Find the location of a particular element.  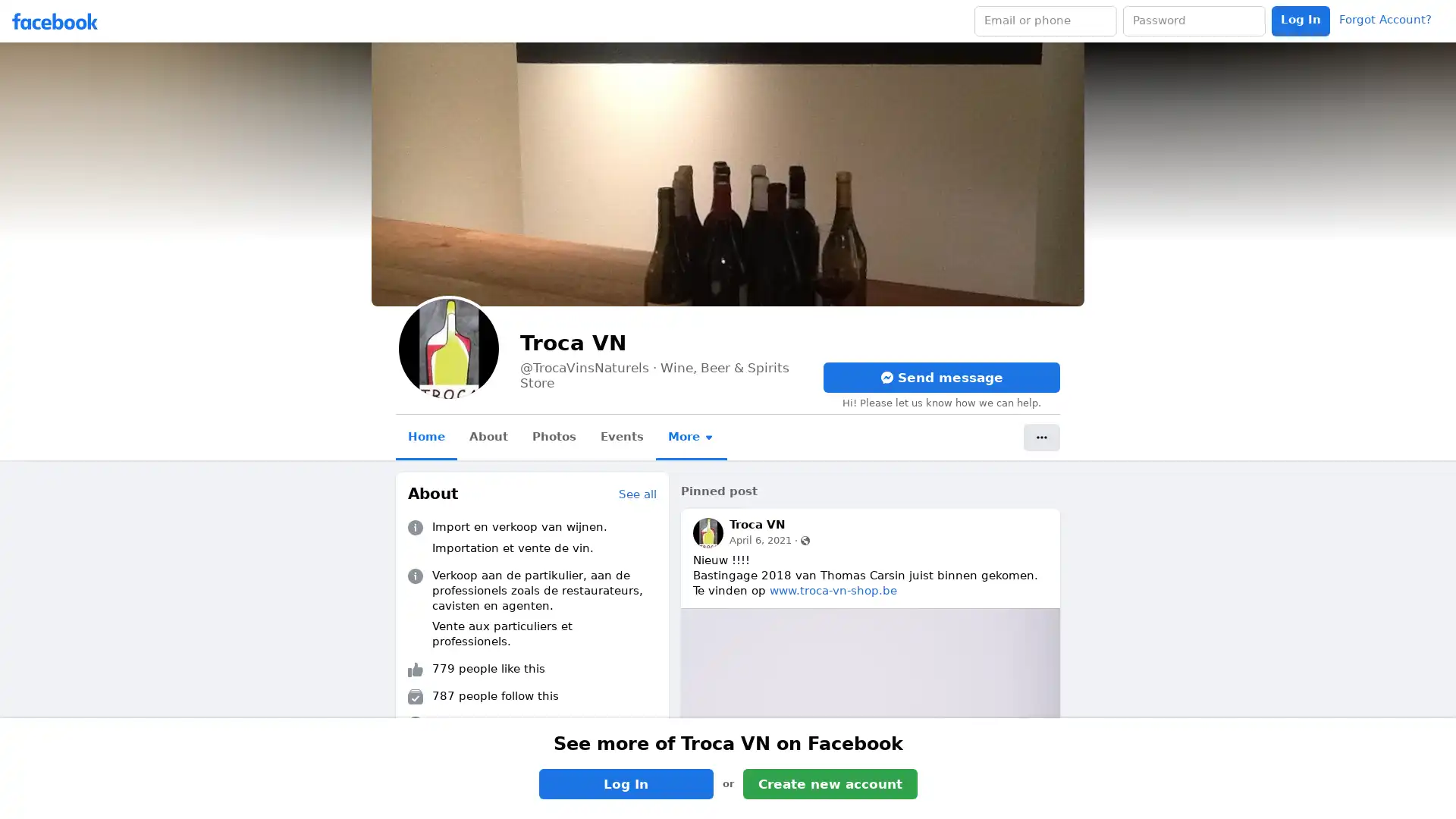

Accessible login button is located at coordinates (1300, 20).